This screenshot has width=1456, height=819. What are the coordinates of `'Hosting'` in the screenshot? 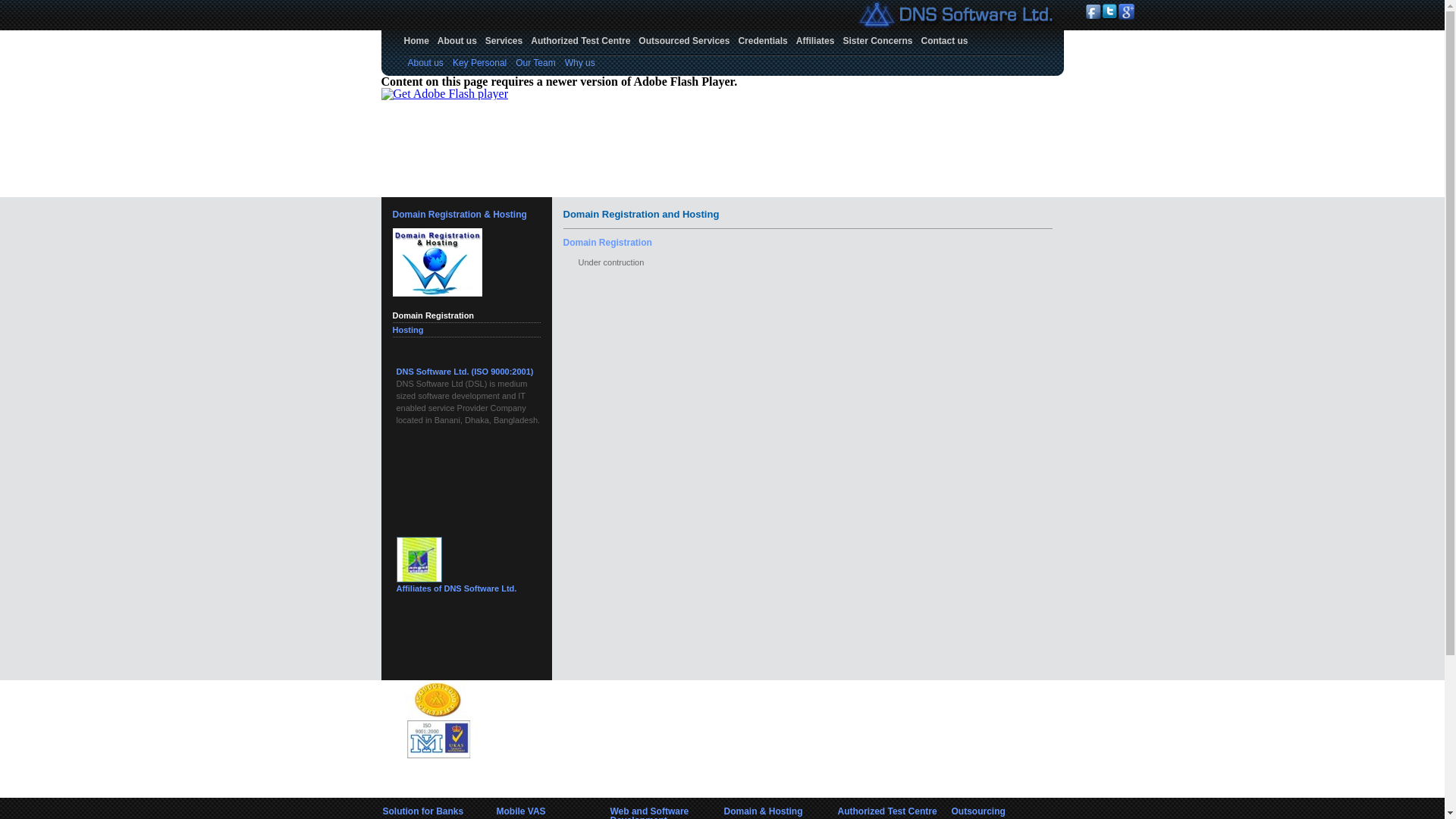 It's located at (408, 329).